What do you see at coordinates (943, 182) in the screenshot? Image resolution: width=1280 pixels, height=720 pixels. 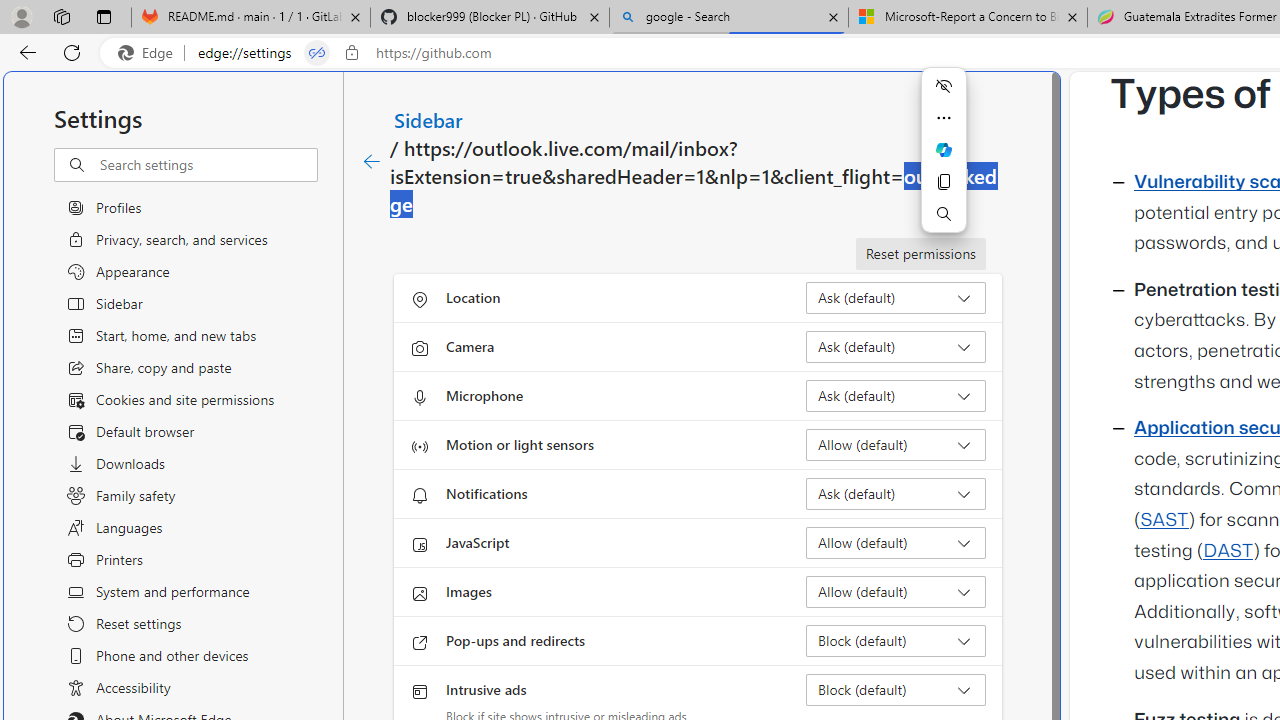 I see `'Copy'` at bounding box center [943, 182].